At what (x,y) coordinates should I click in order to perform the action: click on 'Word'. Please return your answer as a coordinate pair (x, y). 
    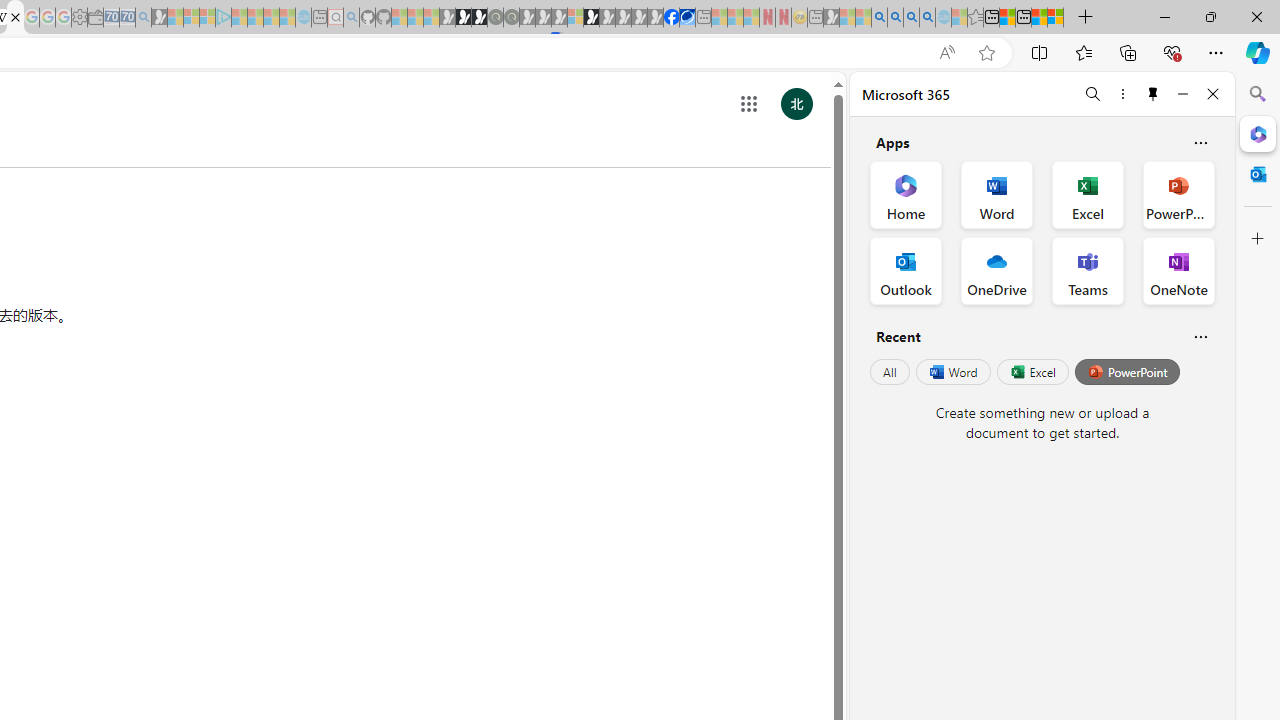
    Looking at the image, I should click on (951, 372).